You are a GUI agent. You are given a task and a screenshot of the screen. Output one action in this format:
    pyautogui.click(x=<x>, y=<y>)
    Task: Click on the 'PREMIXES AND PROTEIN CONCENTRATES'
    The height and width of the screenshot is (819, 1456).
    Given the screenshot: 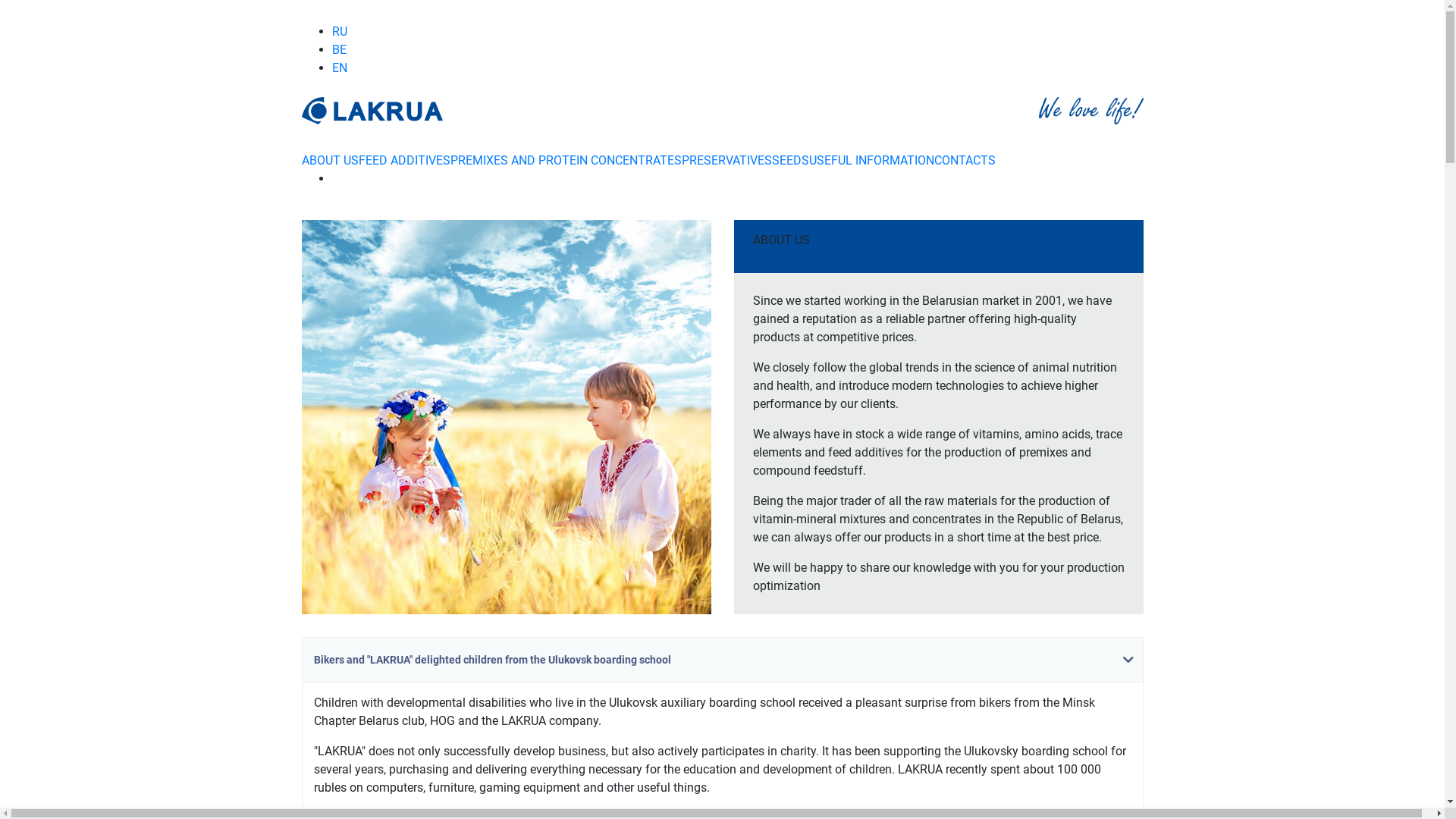 What is the action you would take?
    pyautogui.click(x=565, y=160)
    